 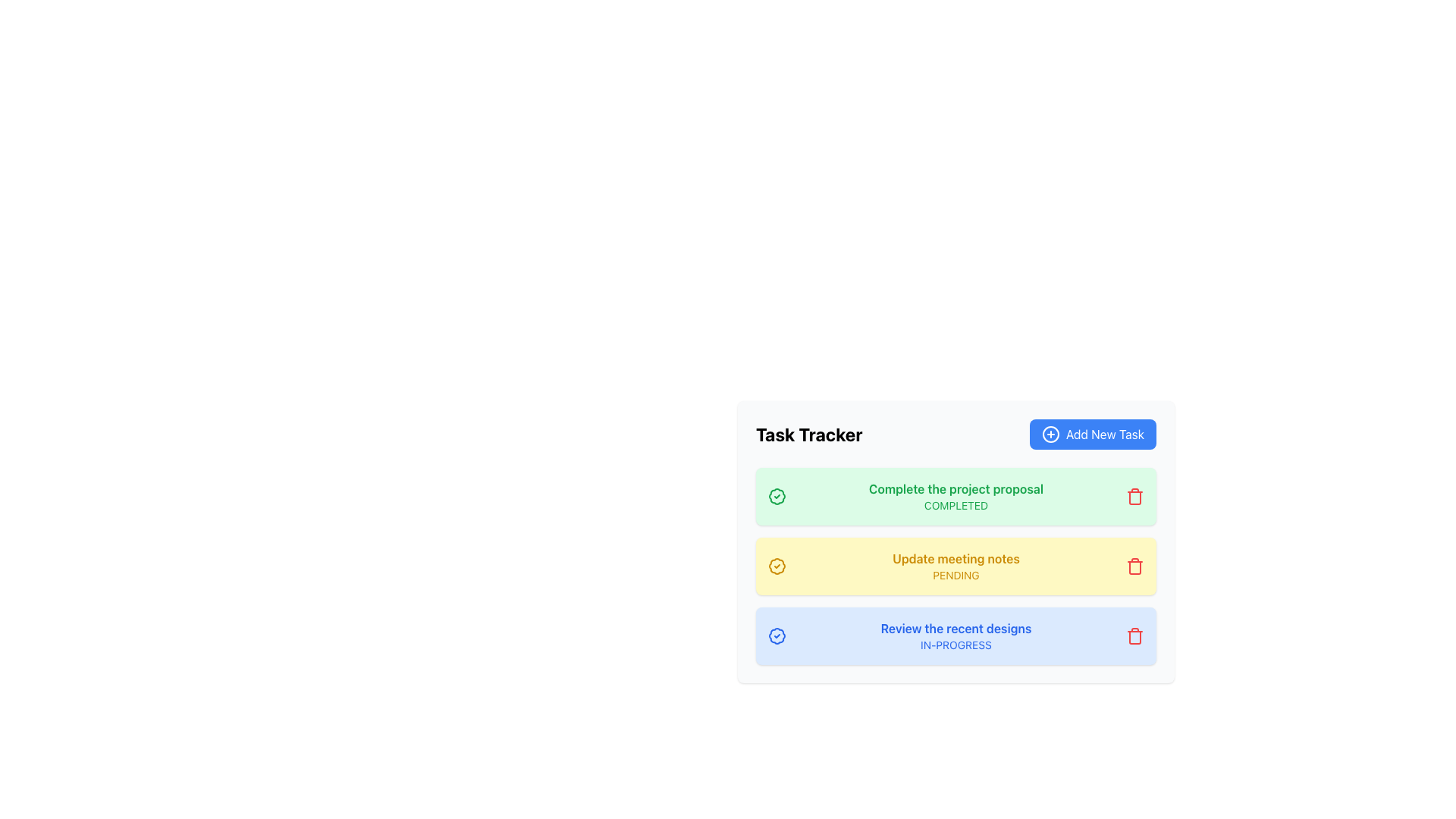 I want to click on the red trash bin icon button located at the right end of the highlighted yellow row labeled 'Update meeting notes', so click(x=1135, y=566).